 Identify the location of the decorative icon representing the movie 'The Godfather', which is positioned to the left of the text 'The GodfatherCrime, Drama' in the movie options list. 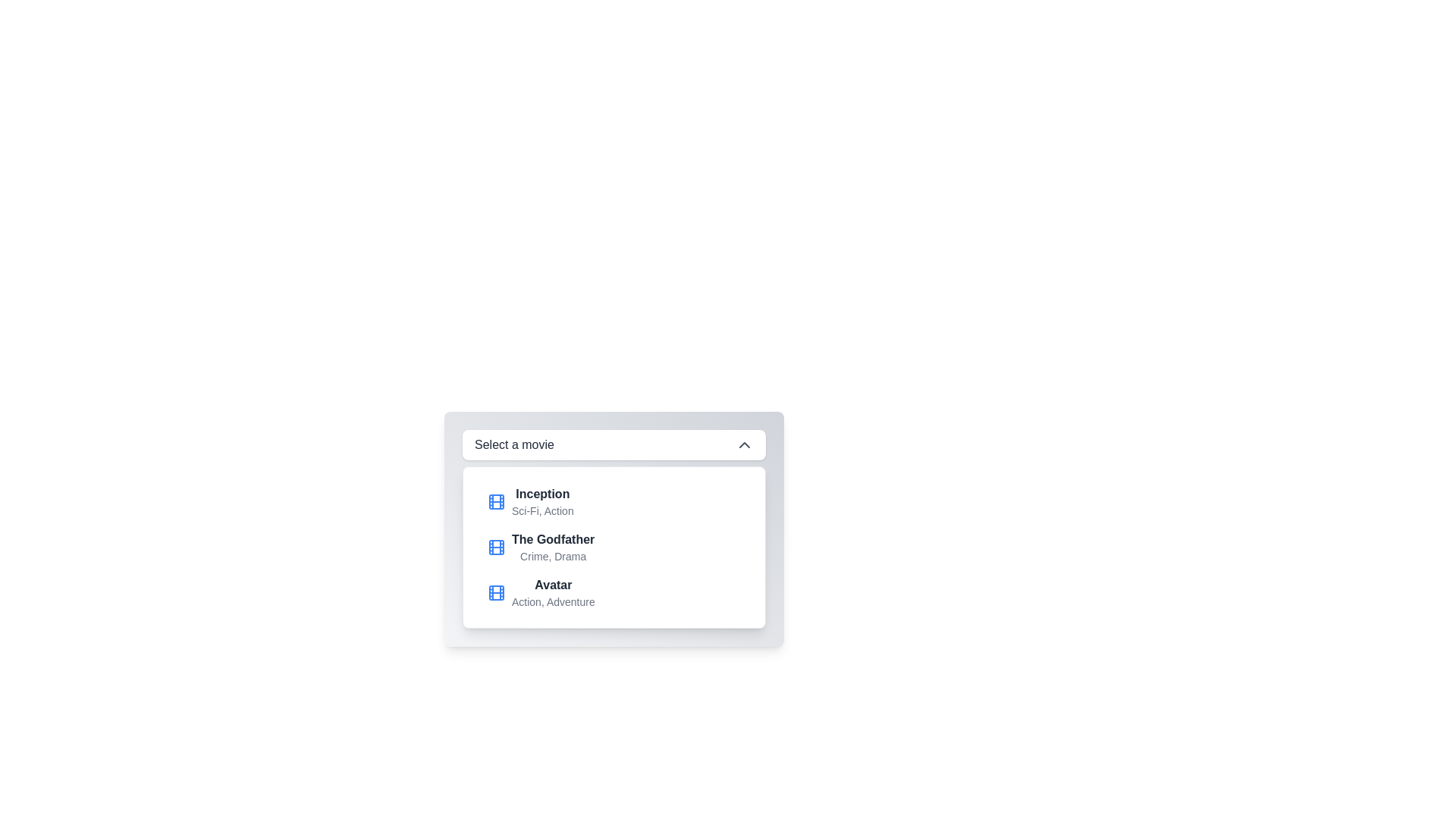
(496, 547).